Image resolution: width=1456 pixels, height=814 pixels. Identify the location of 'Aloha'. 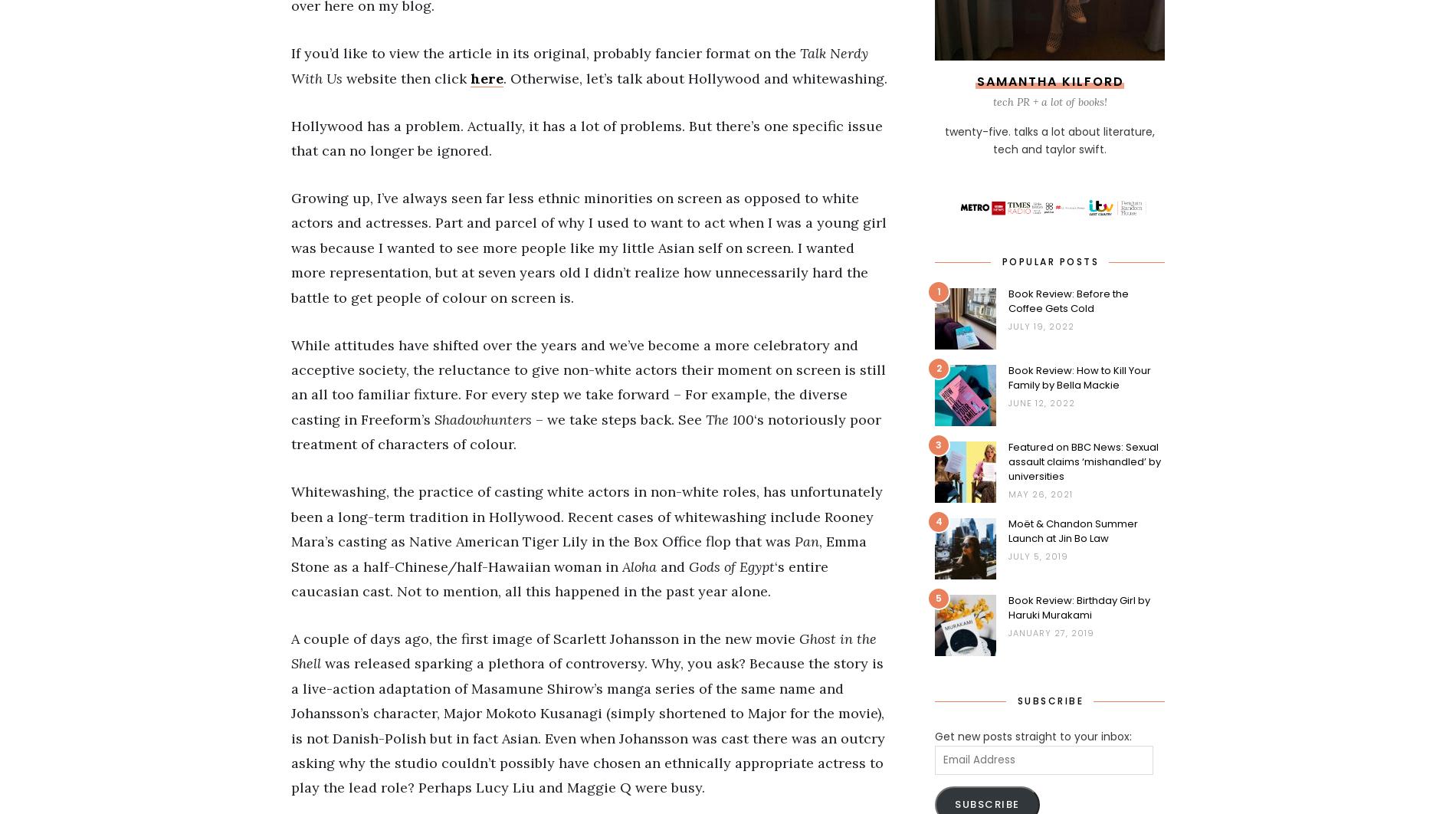
(638, 566).